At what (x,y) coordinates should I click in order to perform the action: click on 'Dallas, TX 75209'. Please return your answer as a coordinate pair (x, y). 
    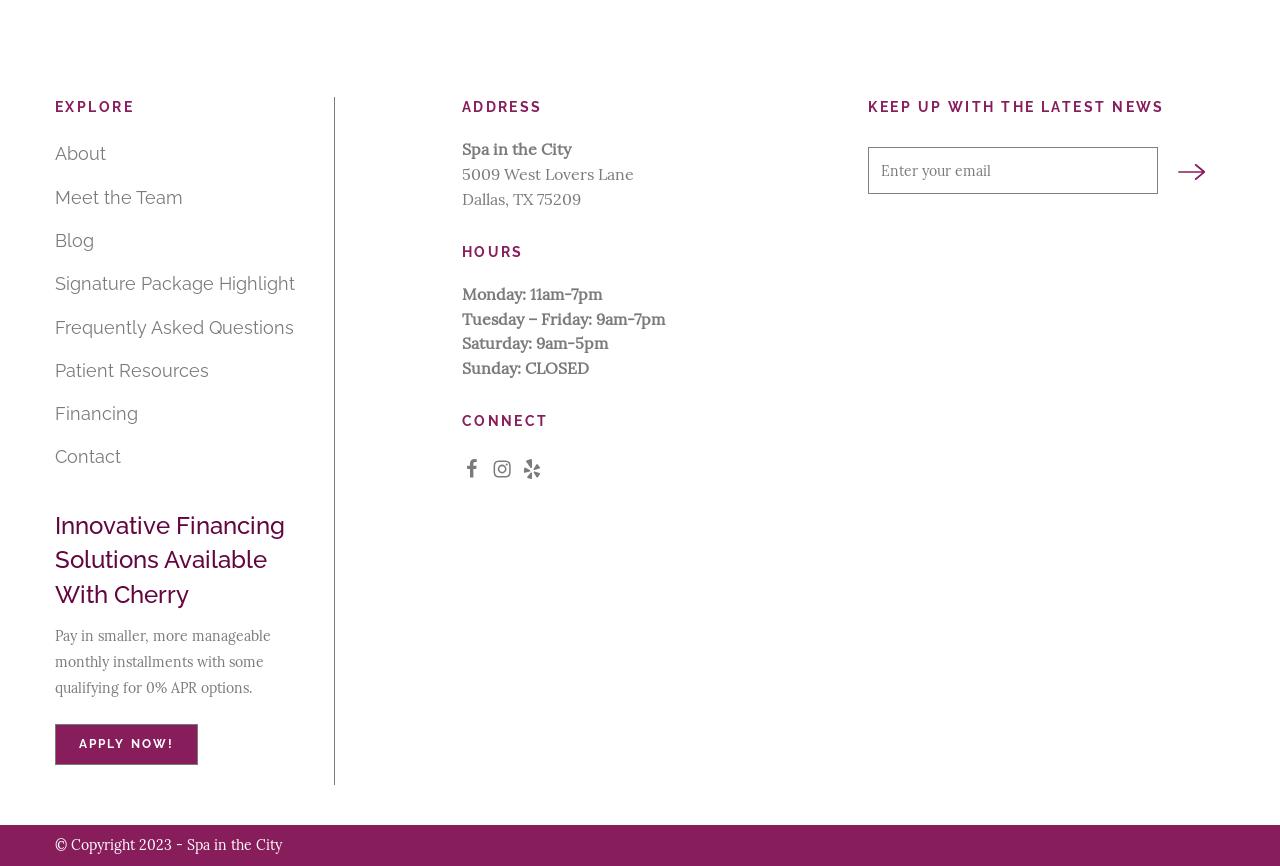
    Looking at the image, I should click on (520, 197).